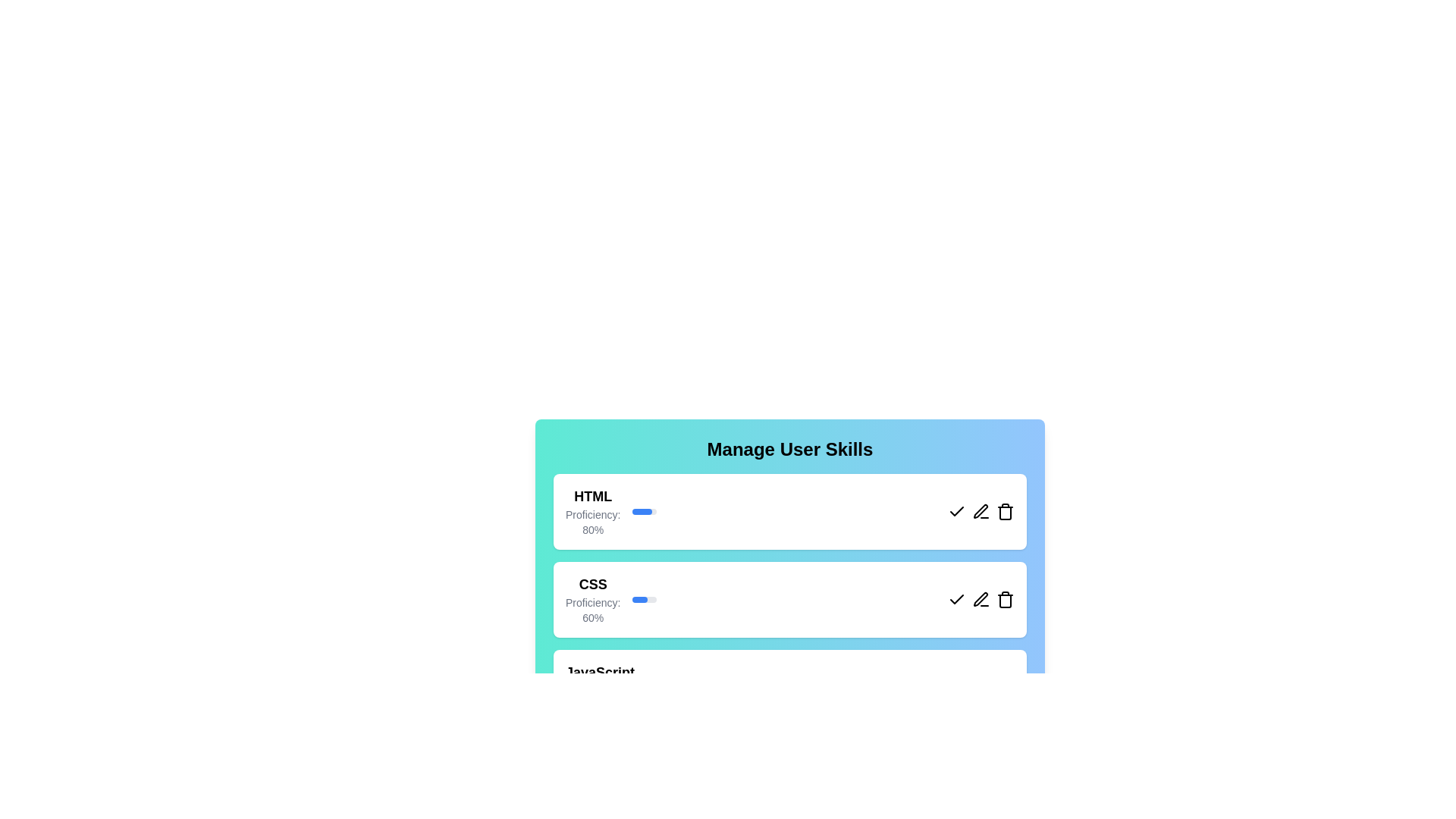 The width and height of the screenshot is (1456, 819). I want to click on the edit button for the skill CSS, so click(981, 598).